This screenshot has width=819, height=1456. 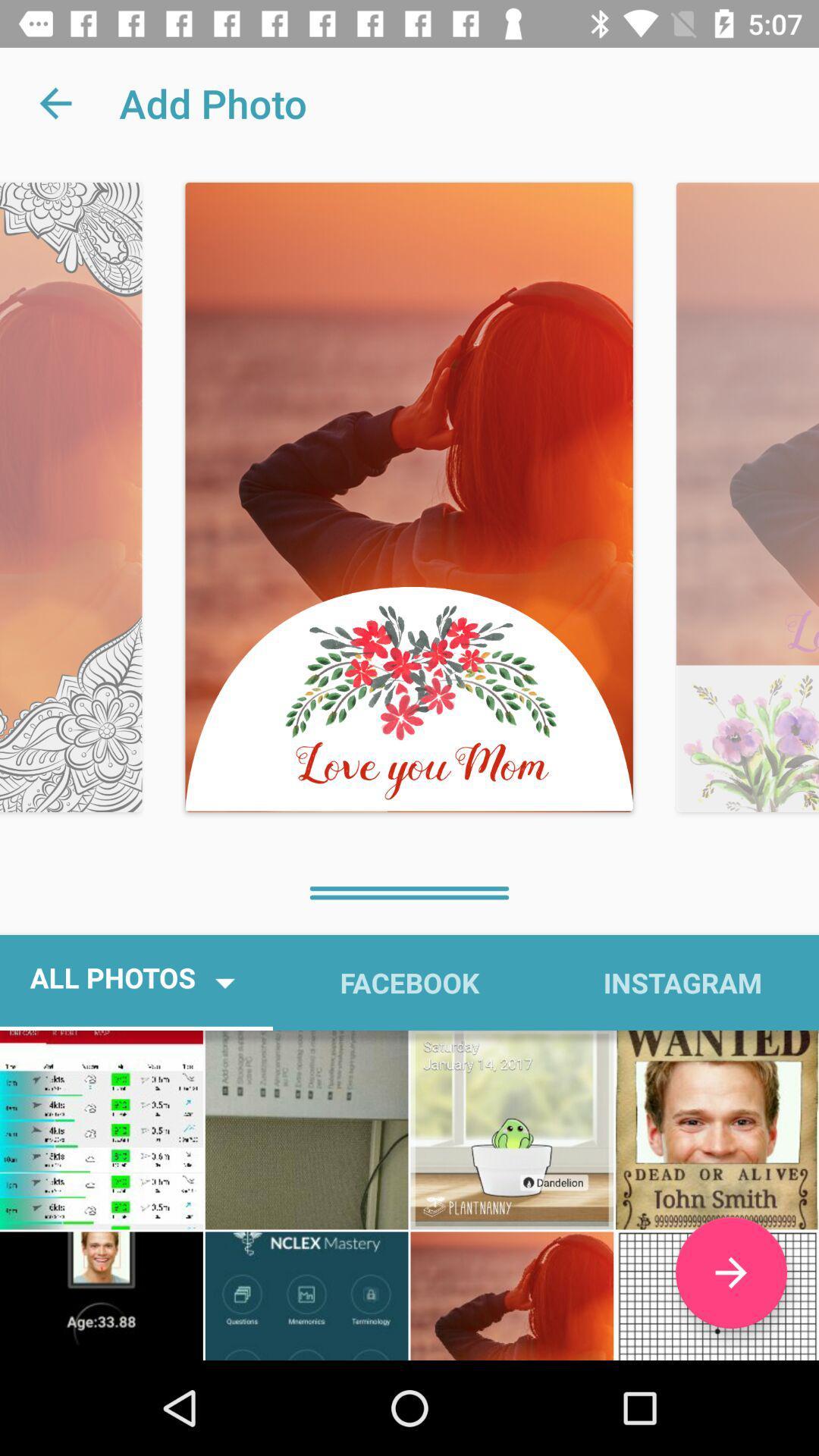 What do you see at coordinates (55, 102) in the screenshot?
I see `app next to add photo icon` at bounding box center [55, 102].